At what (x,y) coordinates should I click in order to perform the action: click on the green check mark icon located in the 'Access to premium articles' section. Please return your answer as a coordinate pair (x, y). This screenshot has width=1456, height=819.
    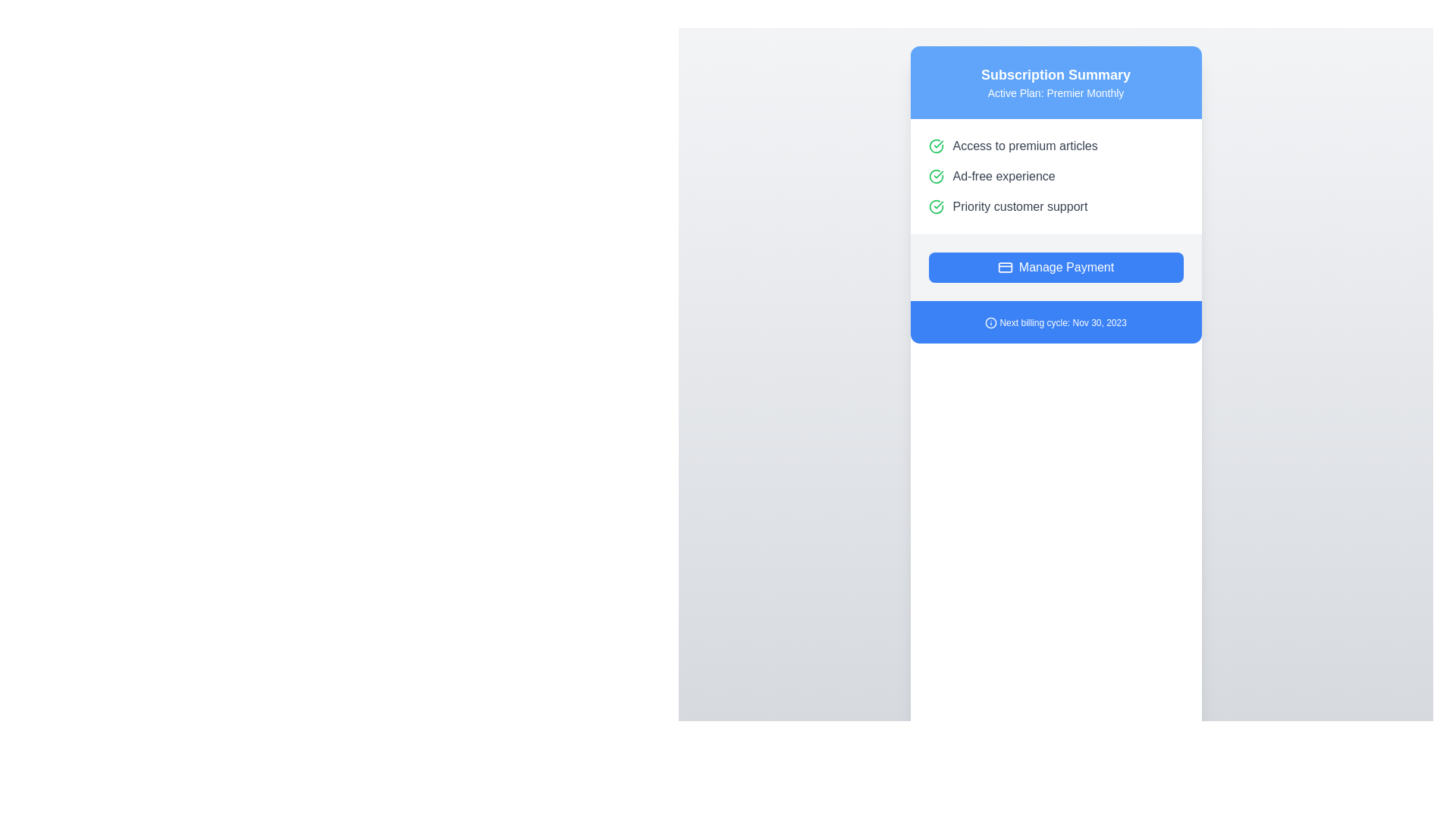
    Looking at the image, I should click on (935, 146).